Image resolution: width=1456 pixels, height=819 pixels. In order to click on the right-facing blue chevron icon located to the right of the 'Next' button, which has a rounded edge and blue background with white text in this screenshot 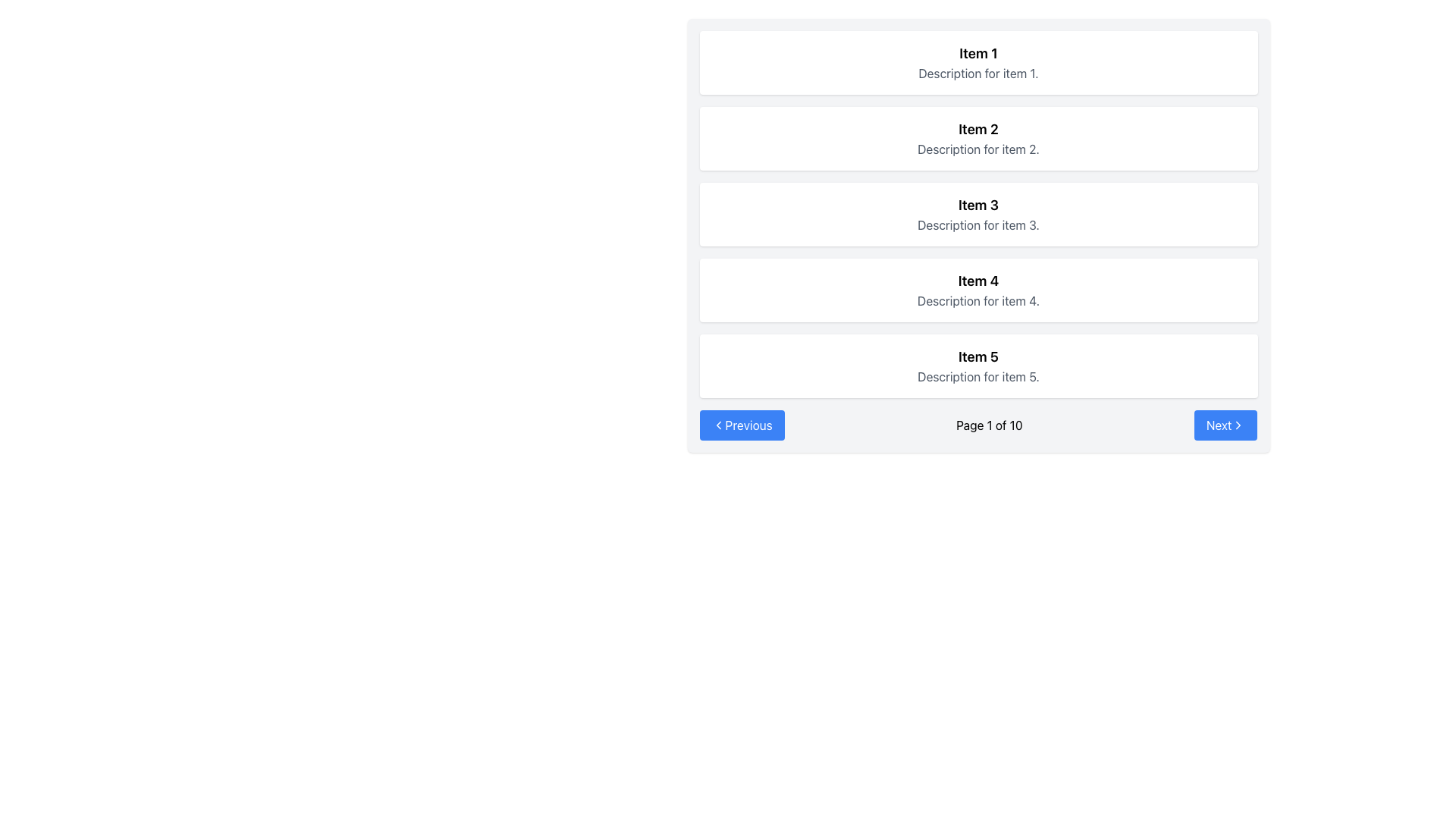, I will do `click(1238, 425)`.